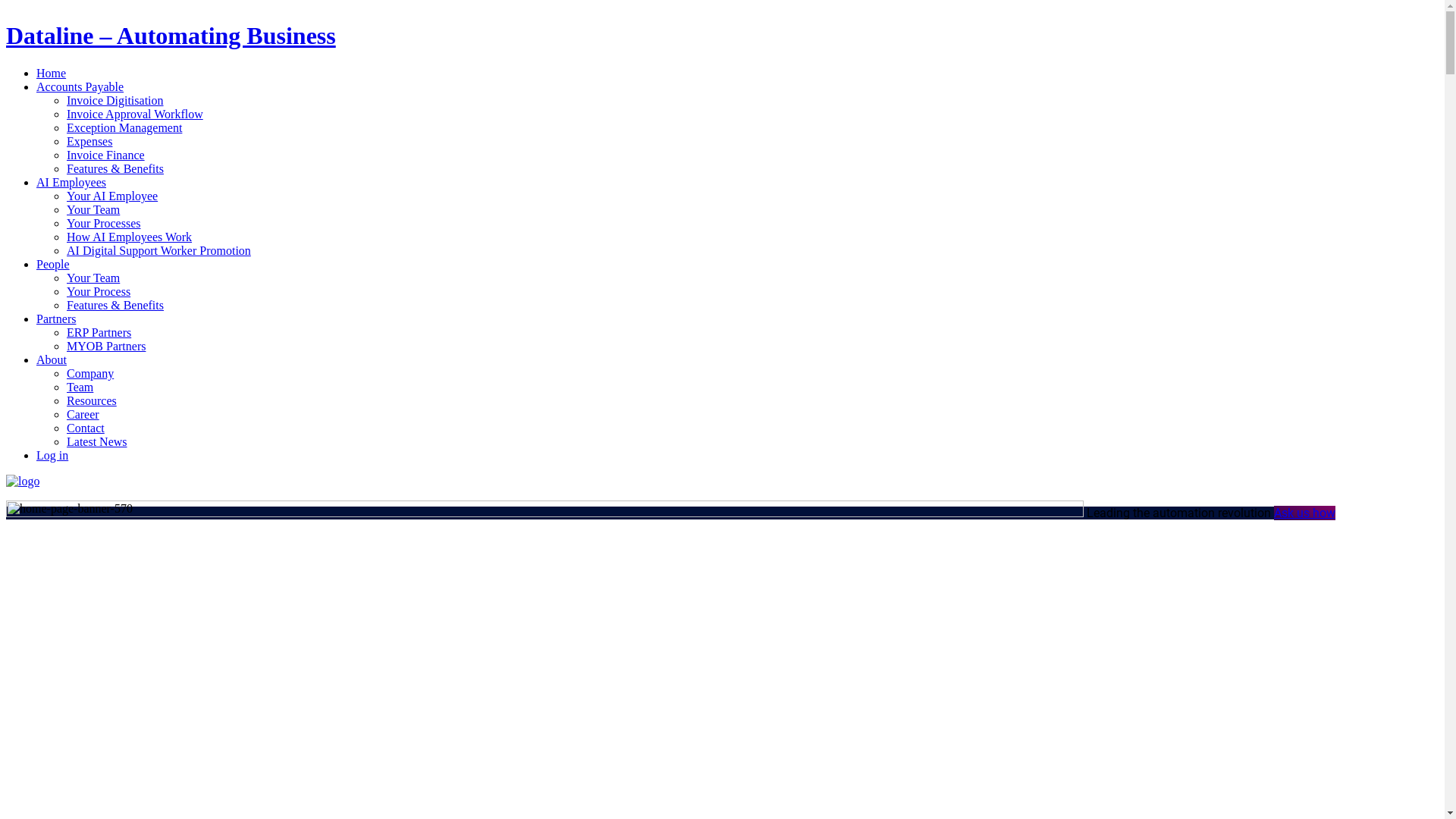  What do you see at coordinates (53, 263) in the screenshot?
I see `'People'` at bounding box center [53, 263].